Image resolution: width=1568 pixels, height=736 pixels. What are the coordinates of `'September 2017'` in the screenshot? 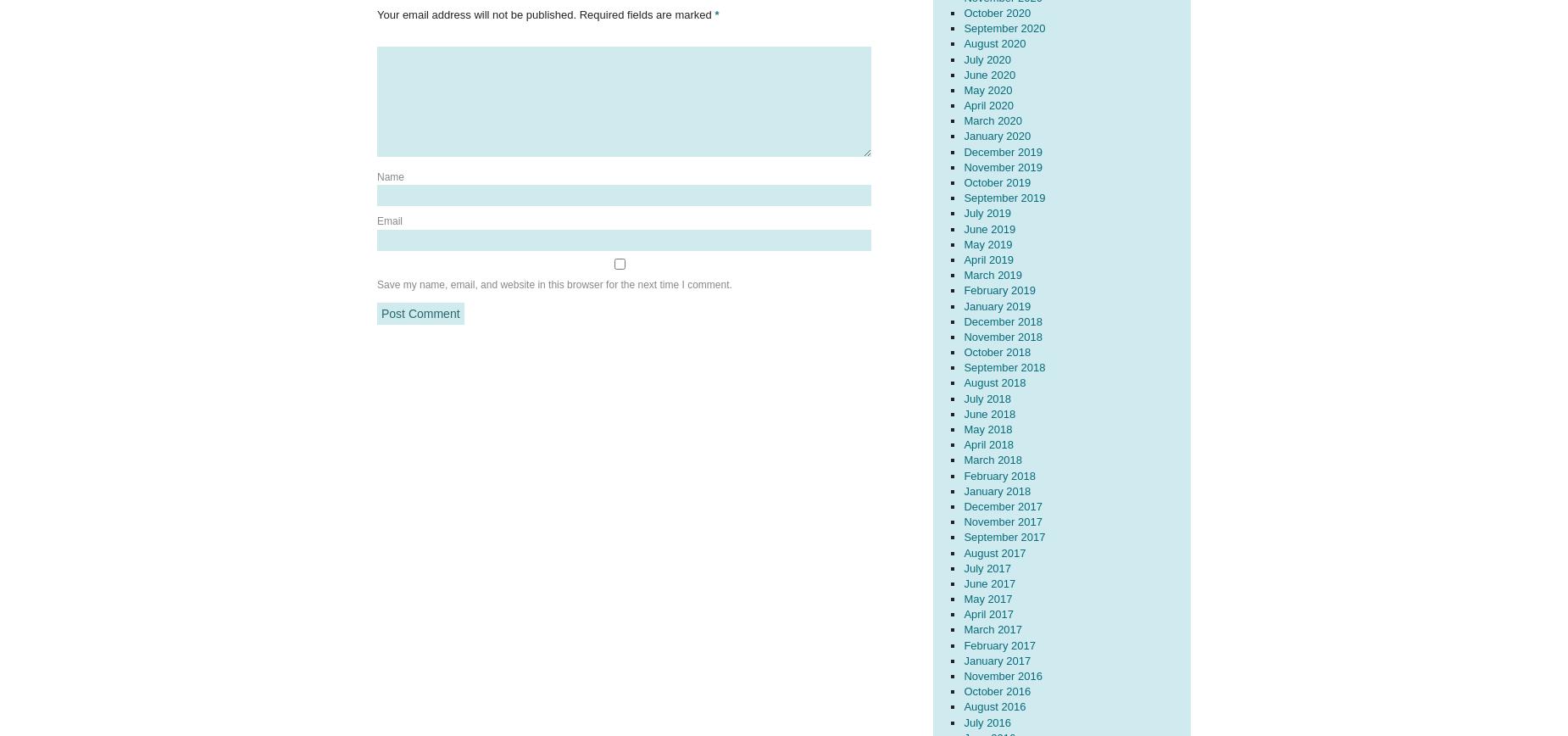 It's located at (1003, 537).